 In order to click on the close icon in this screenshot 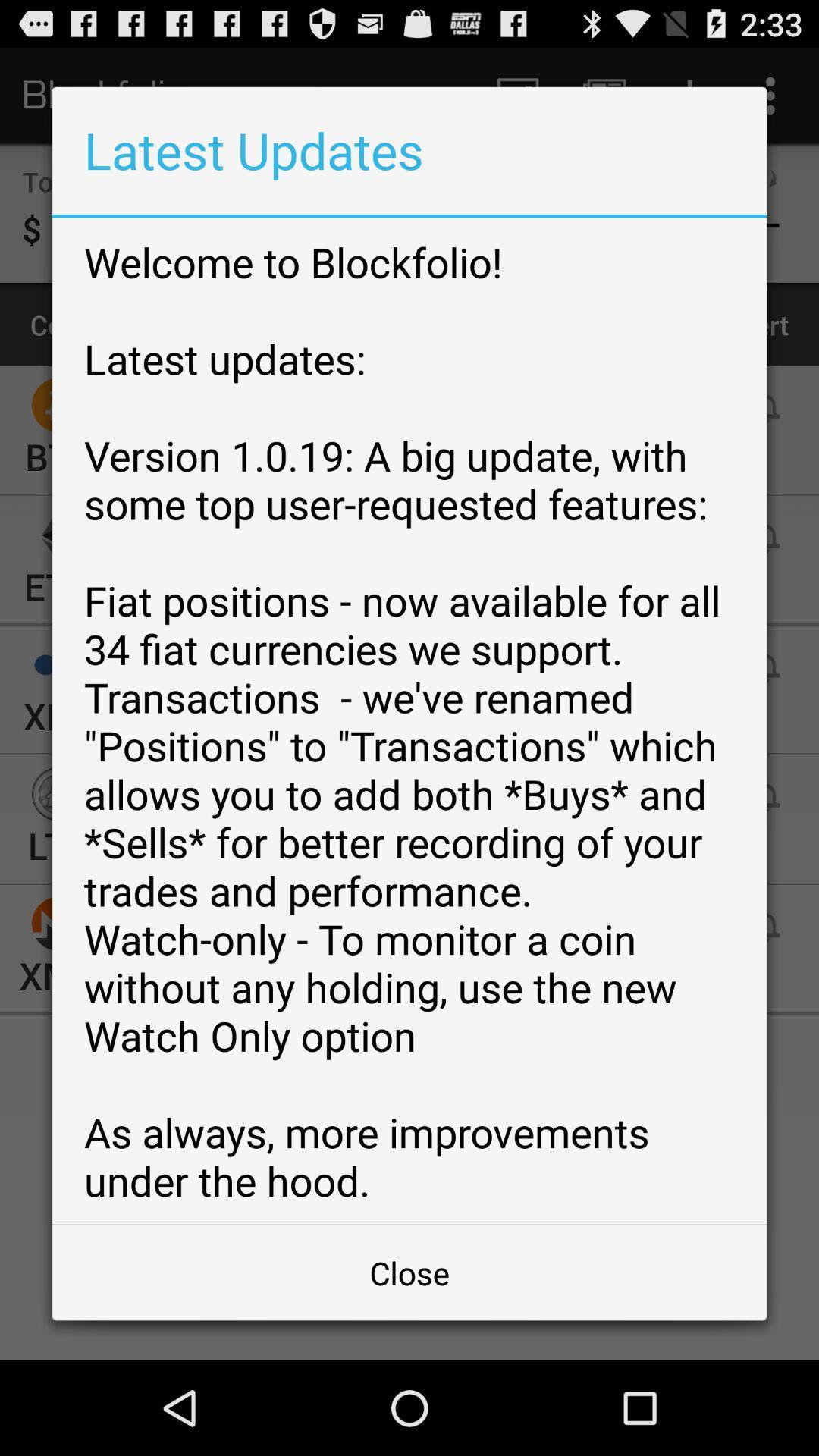, I will do `click(409, 1272)`.